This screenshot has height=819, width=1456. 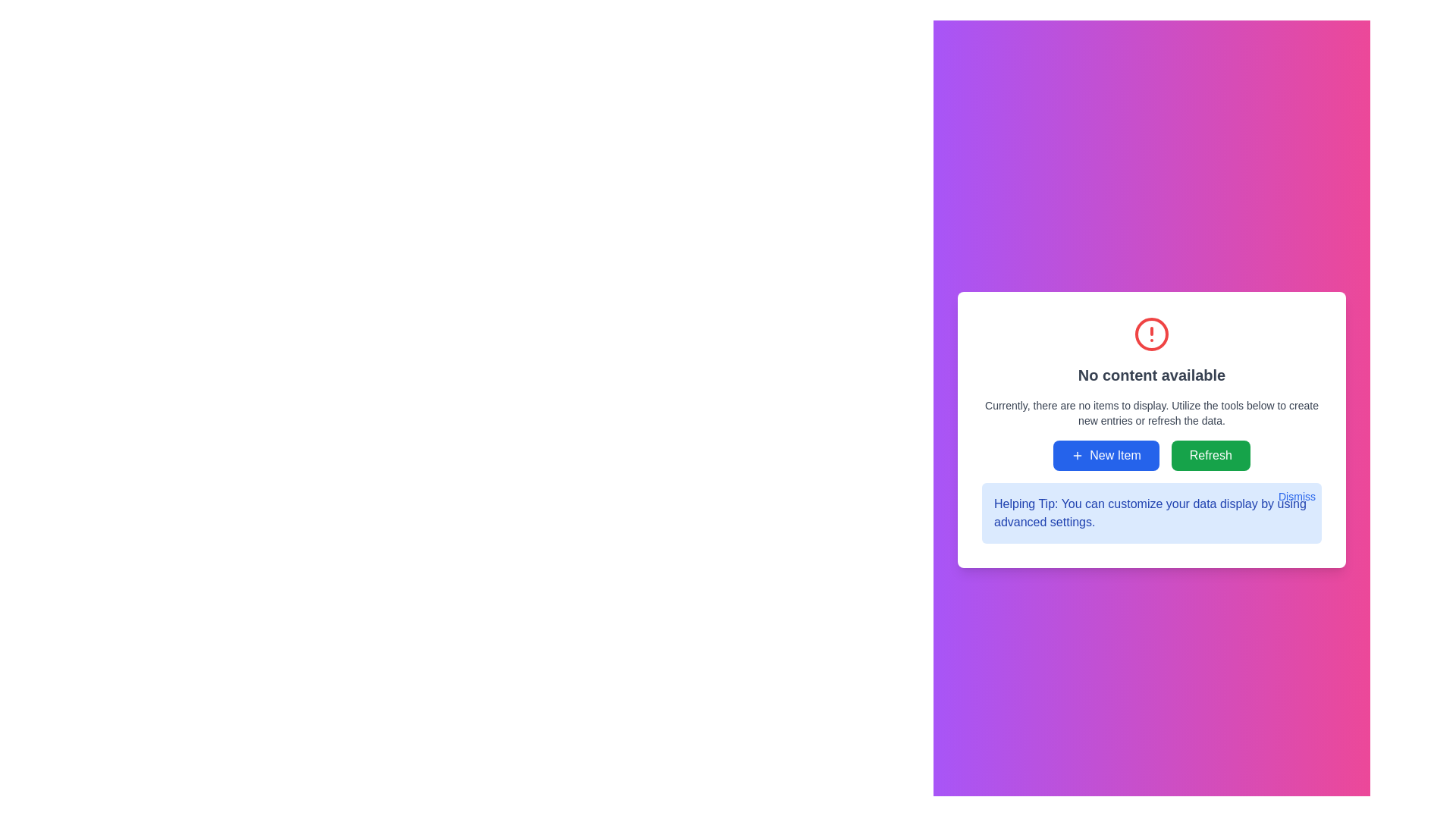 What do you see at coordinates (1106, 455) in the screenshot?
I see `the blue 'New Item' button, which features a white '+' icon and white text, to trigger hover effects` at bounding box center [1106, 455].